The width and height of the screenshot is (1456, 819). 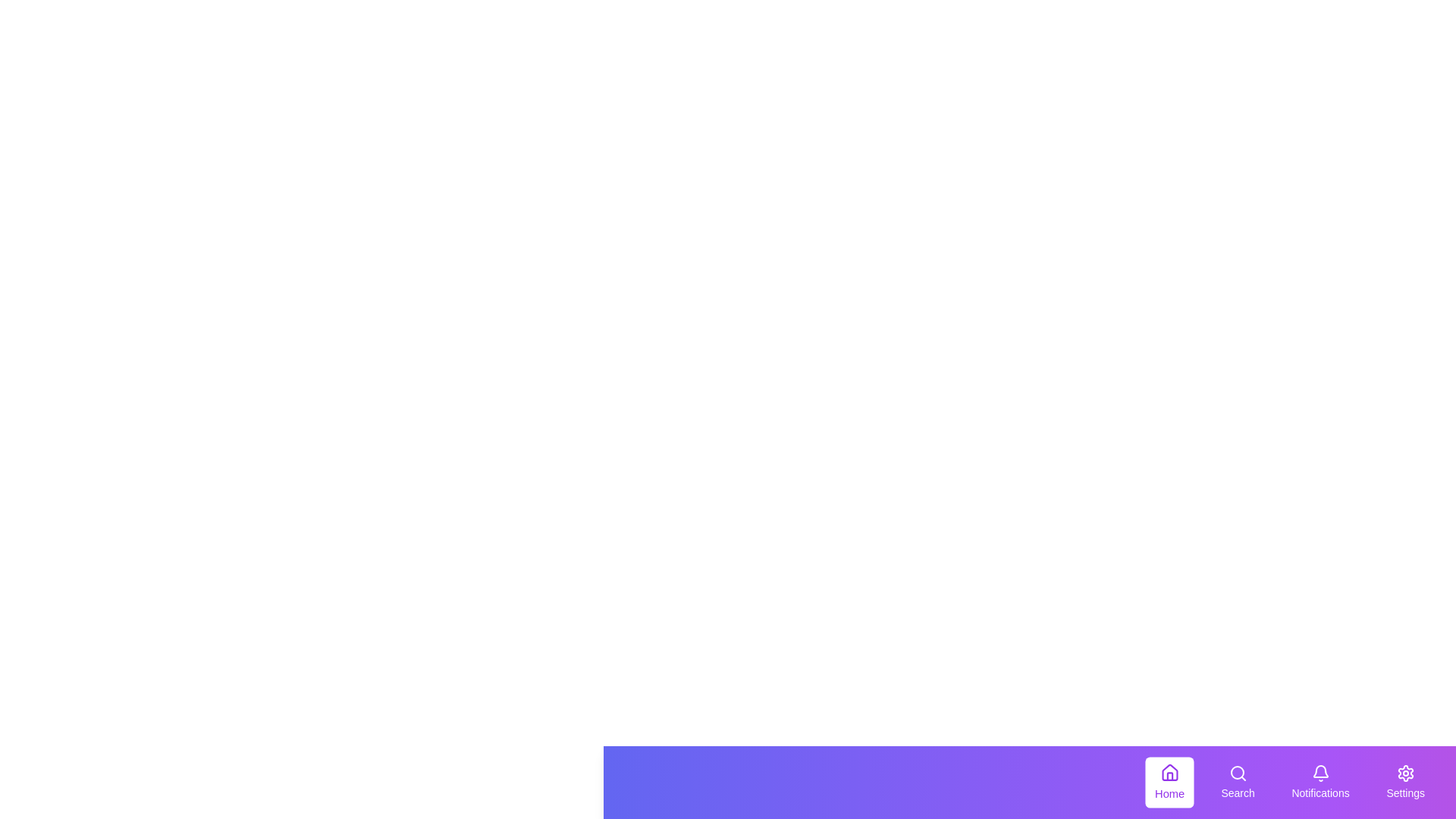 What do you see at coordinates (1169, 783) in the screenshot?
I see `the Home tab to observe hover effects` at bounding box center [1169, 783].